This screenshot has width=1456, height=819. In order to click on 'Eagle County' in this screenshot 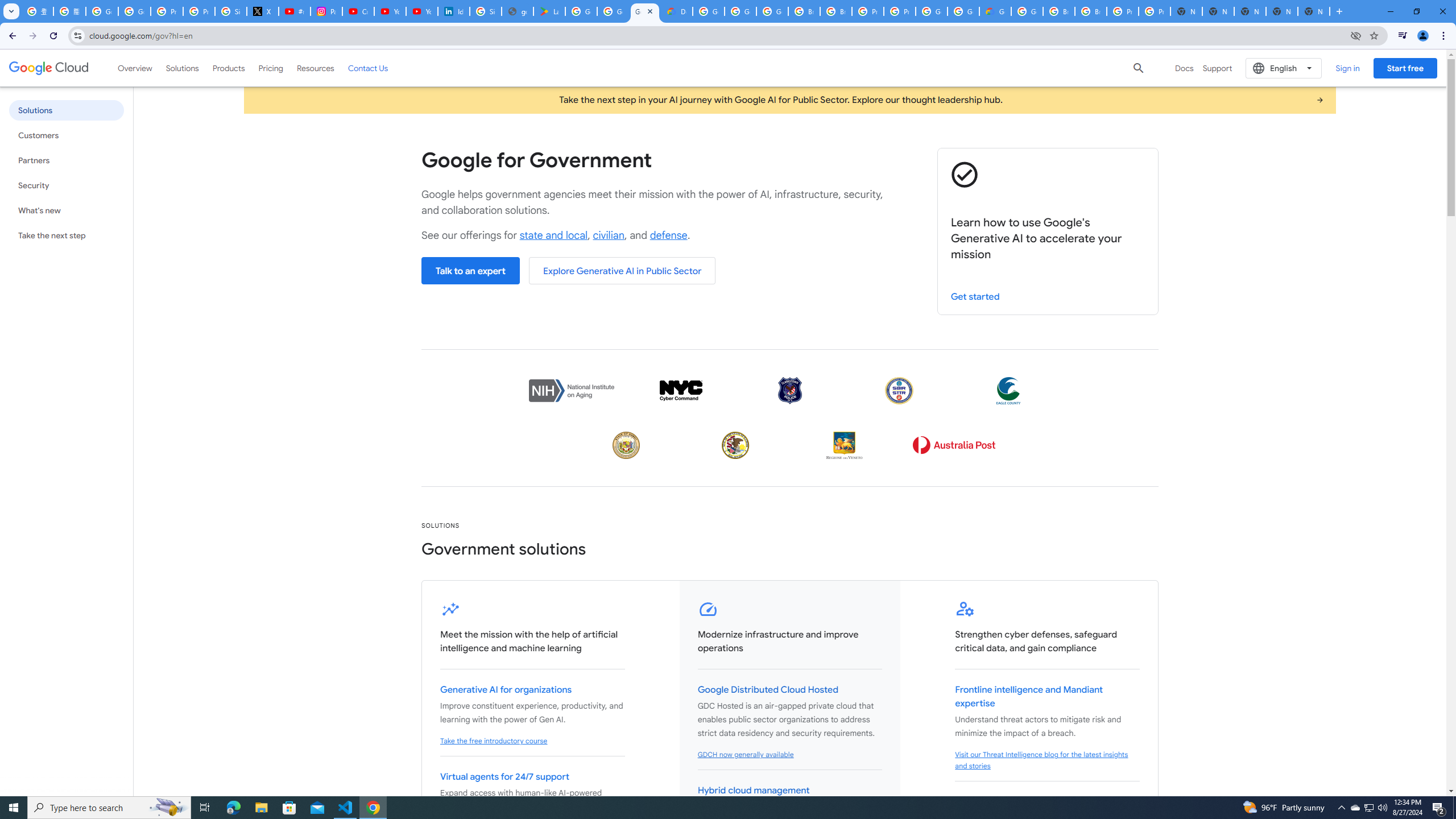, I will do `click(1008, 390)`.